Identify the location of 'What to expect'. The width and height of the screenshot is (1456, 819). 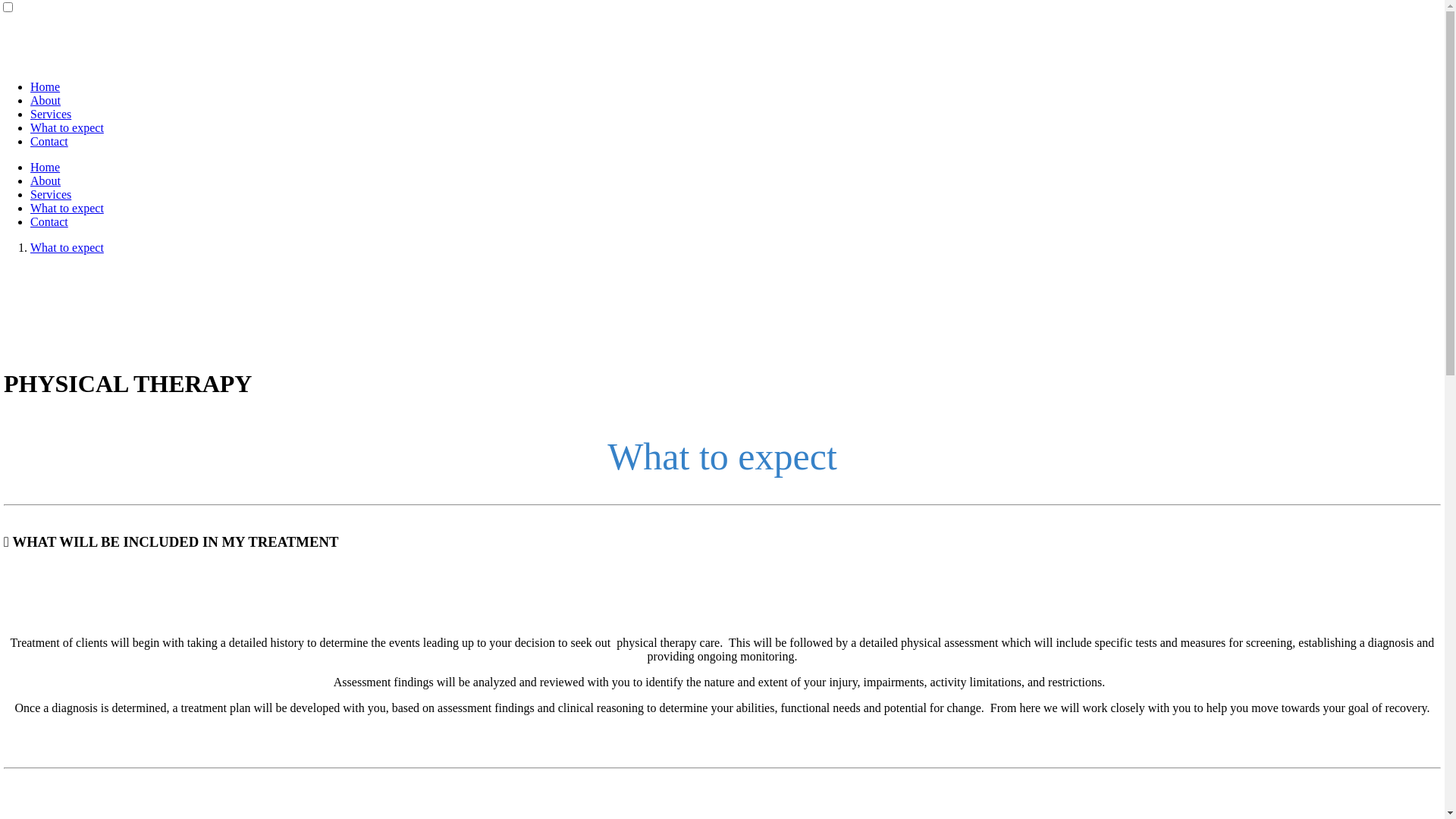
(66, 127).